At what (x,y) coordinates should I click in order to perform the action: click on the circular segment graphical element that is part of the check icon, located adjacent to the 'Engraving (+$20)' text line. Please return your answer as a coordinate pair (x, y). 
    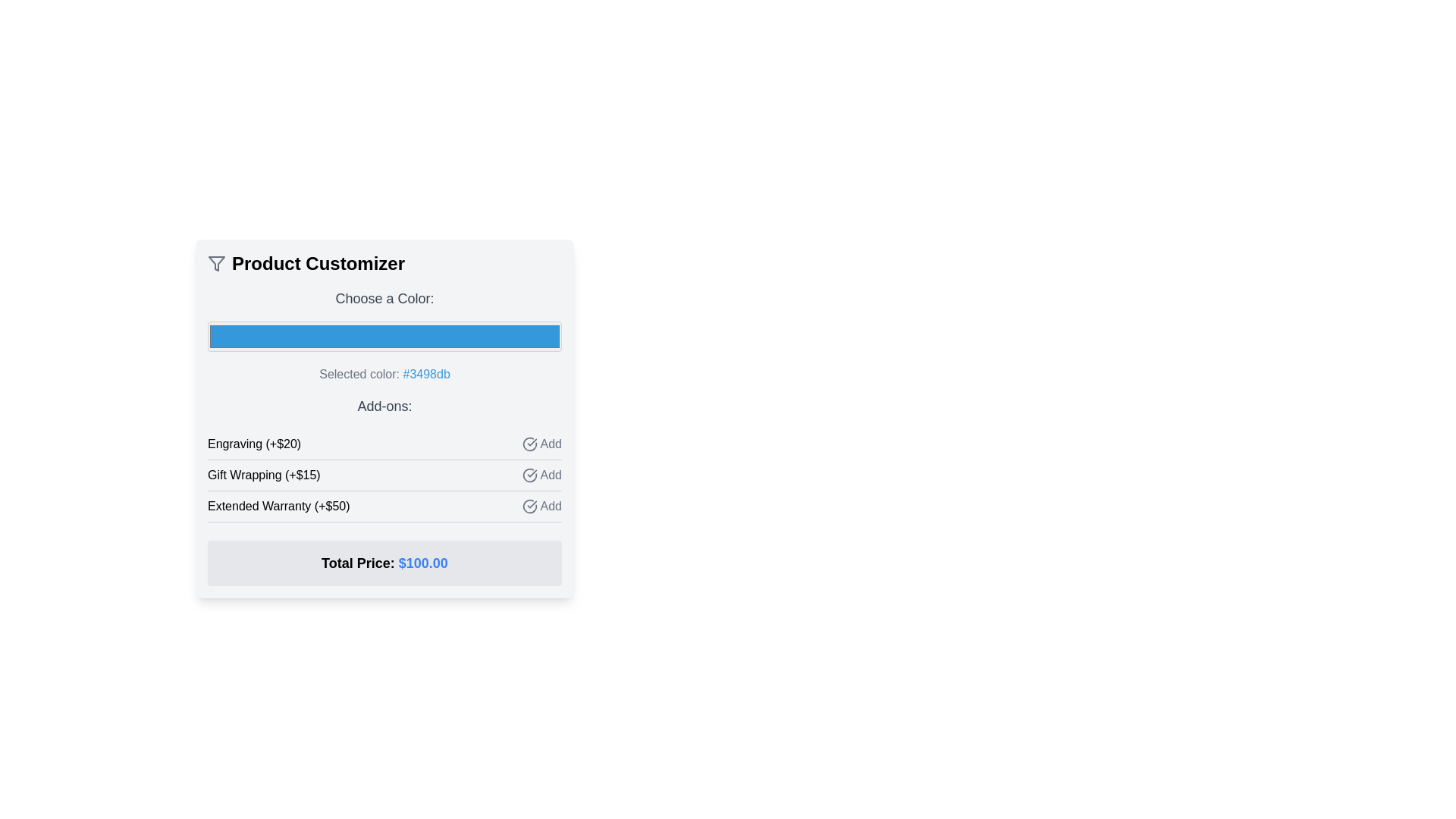
    Looking at the image, I should click on (529, 444).